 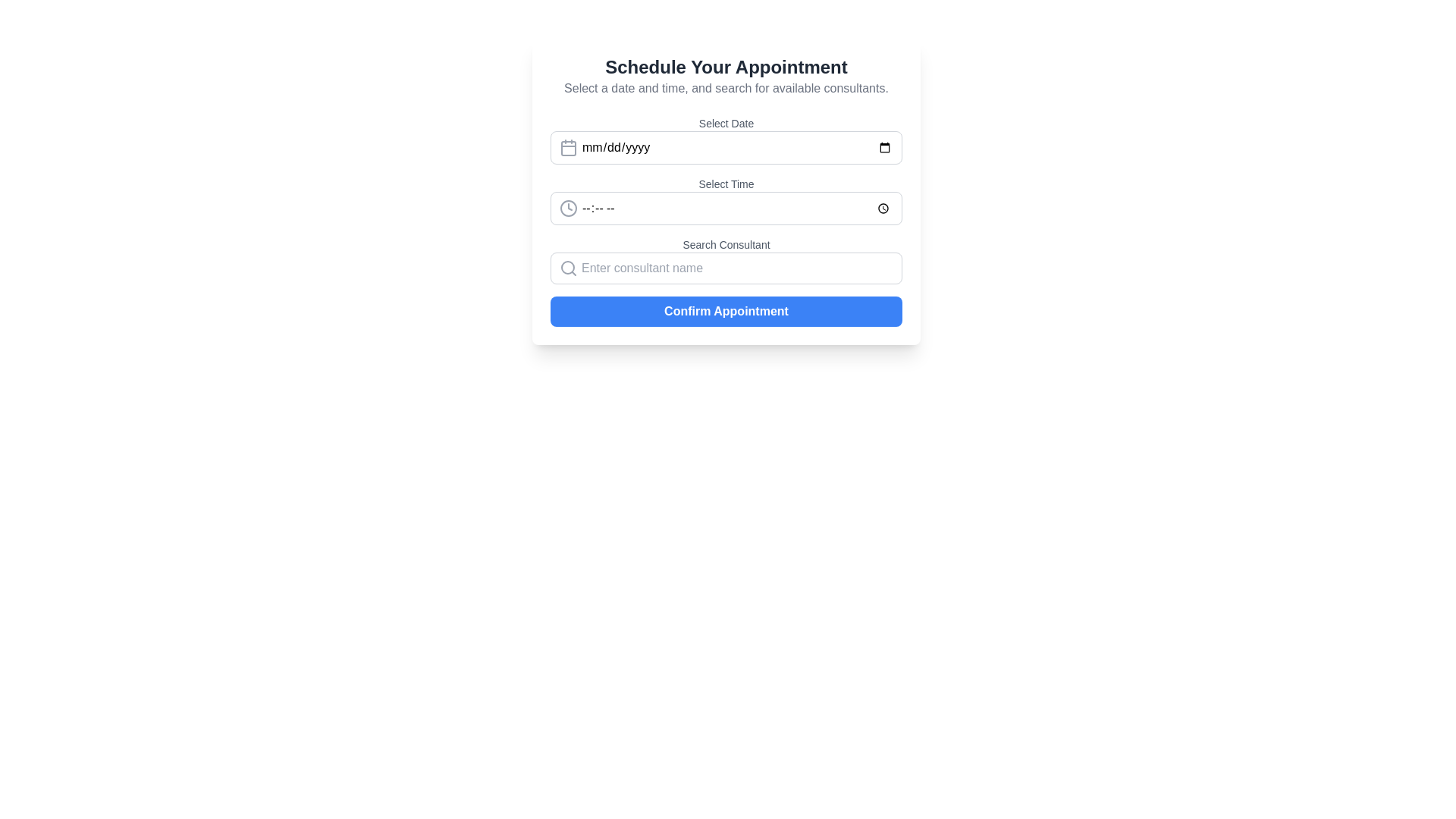 What do you see at coordinates (726, 140) in the screenshot?
I see `the 'Select Date' date picker input field to focus it for date entry` at bounding box center [726, 140].